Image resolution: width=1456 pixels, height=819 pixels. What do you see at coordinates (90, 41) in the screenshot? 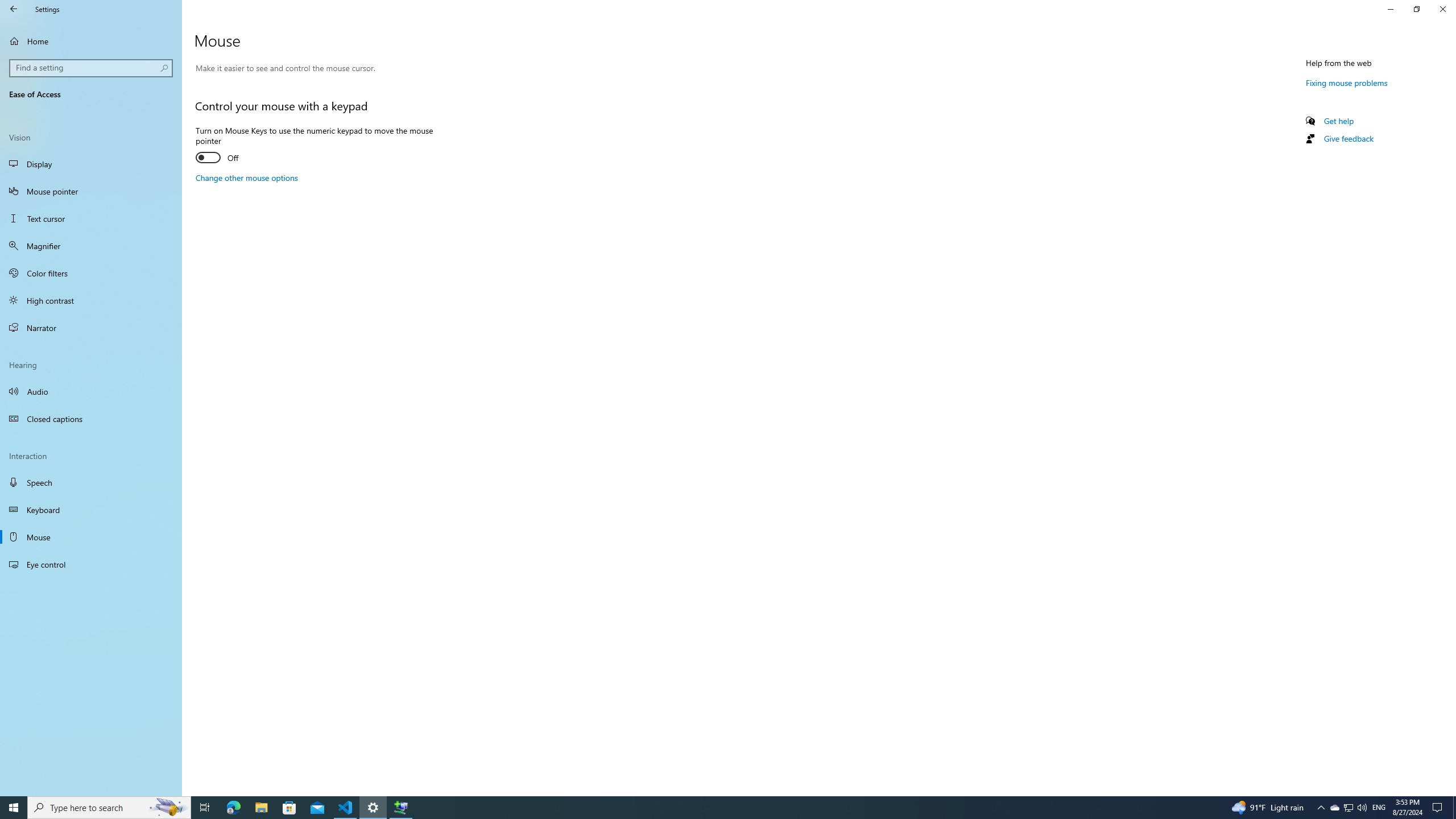
I see `'Home'` at bounding box center [90, 41].